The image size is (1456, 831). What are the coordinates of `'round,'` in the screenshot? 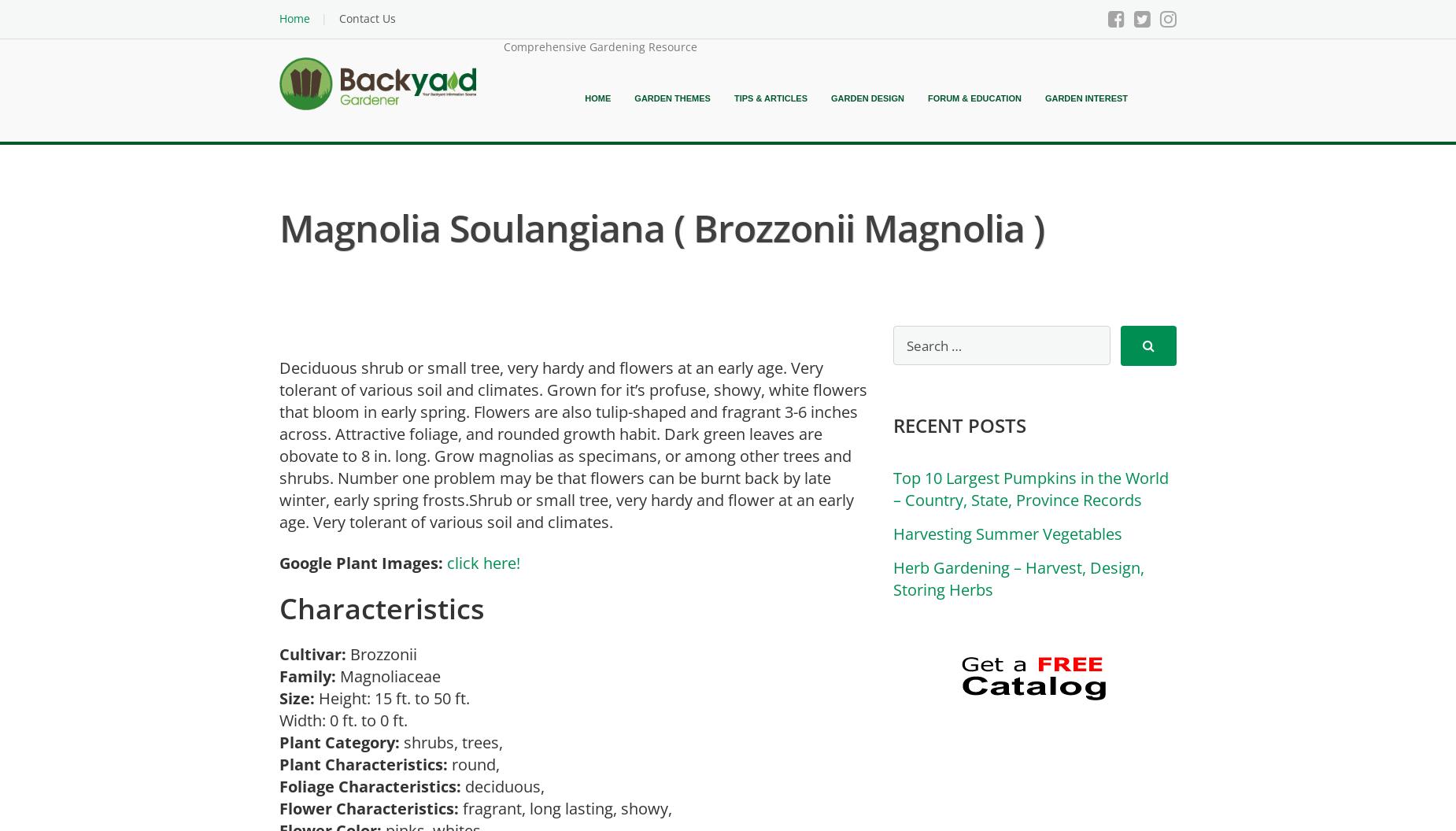 It's located at (477, 763).